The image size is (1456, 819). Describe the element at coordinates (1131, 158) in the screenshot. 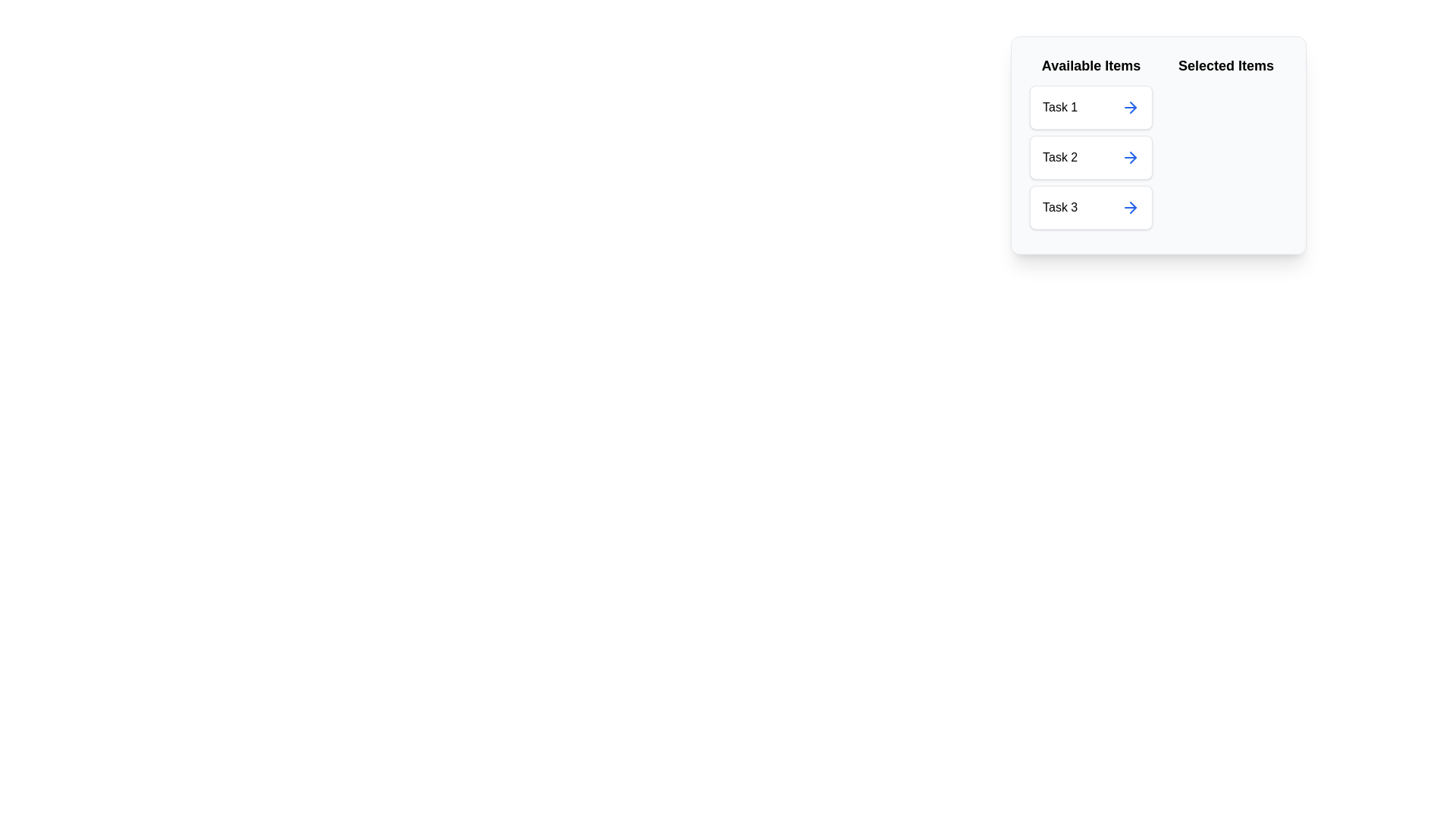

I see `the blue right-facing arrow icon associated with 'Task 2'` at that location.